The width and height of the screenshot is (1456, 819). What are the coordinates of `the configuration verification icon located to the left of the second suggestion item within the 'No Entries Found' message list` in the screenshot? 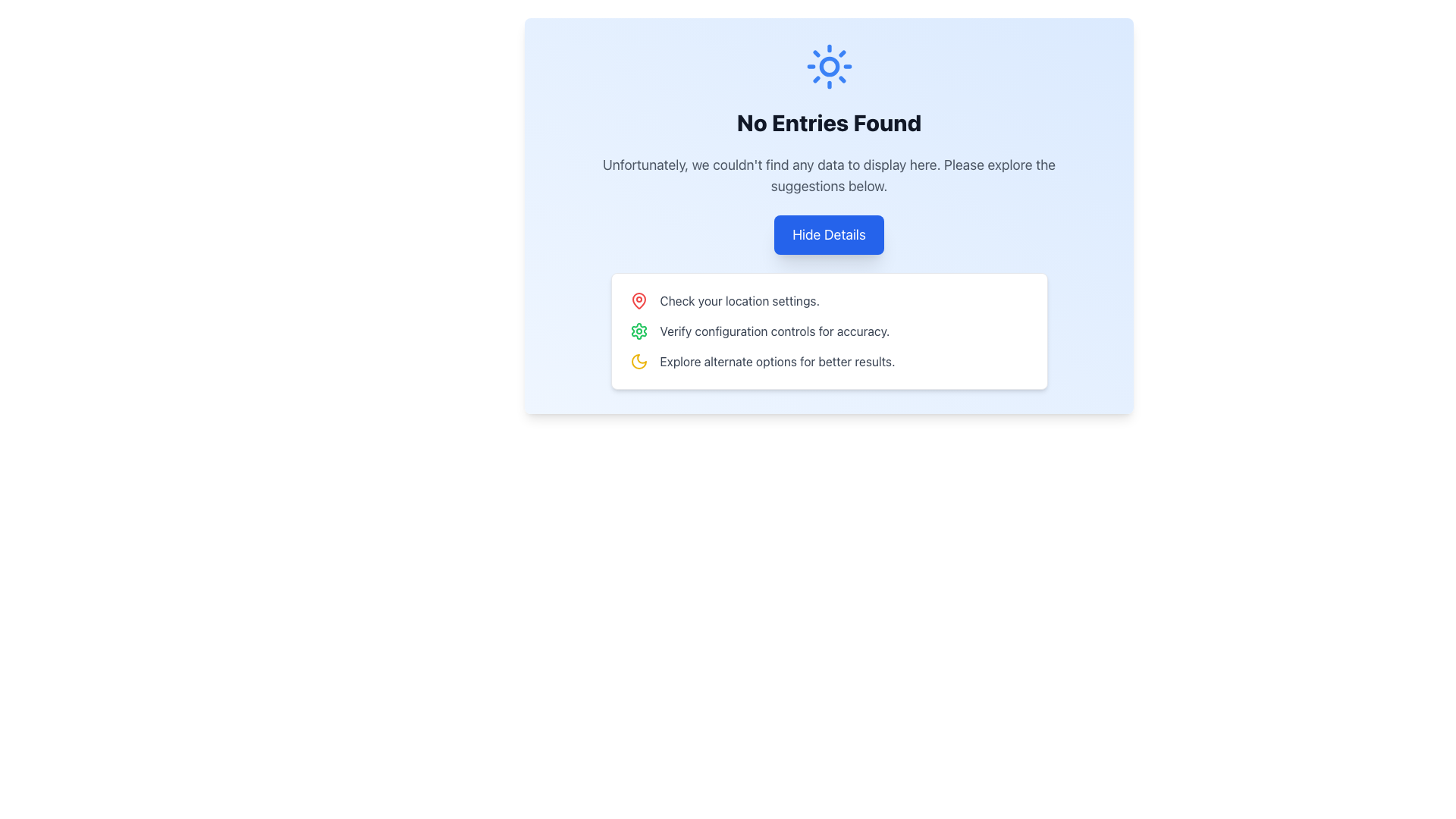 It's located at (639, 330).